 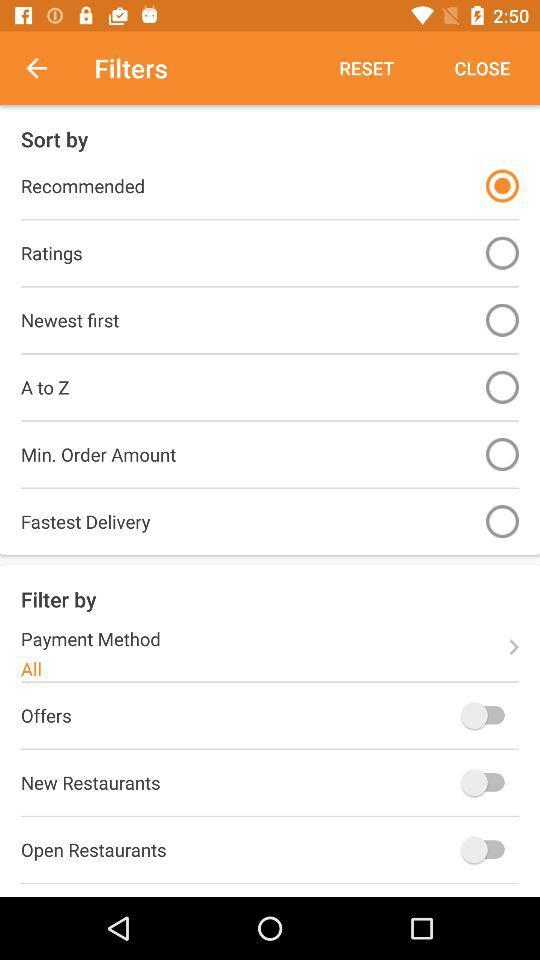 I want to click on ratings, so click(x=501, y=252).